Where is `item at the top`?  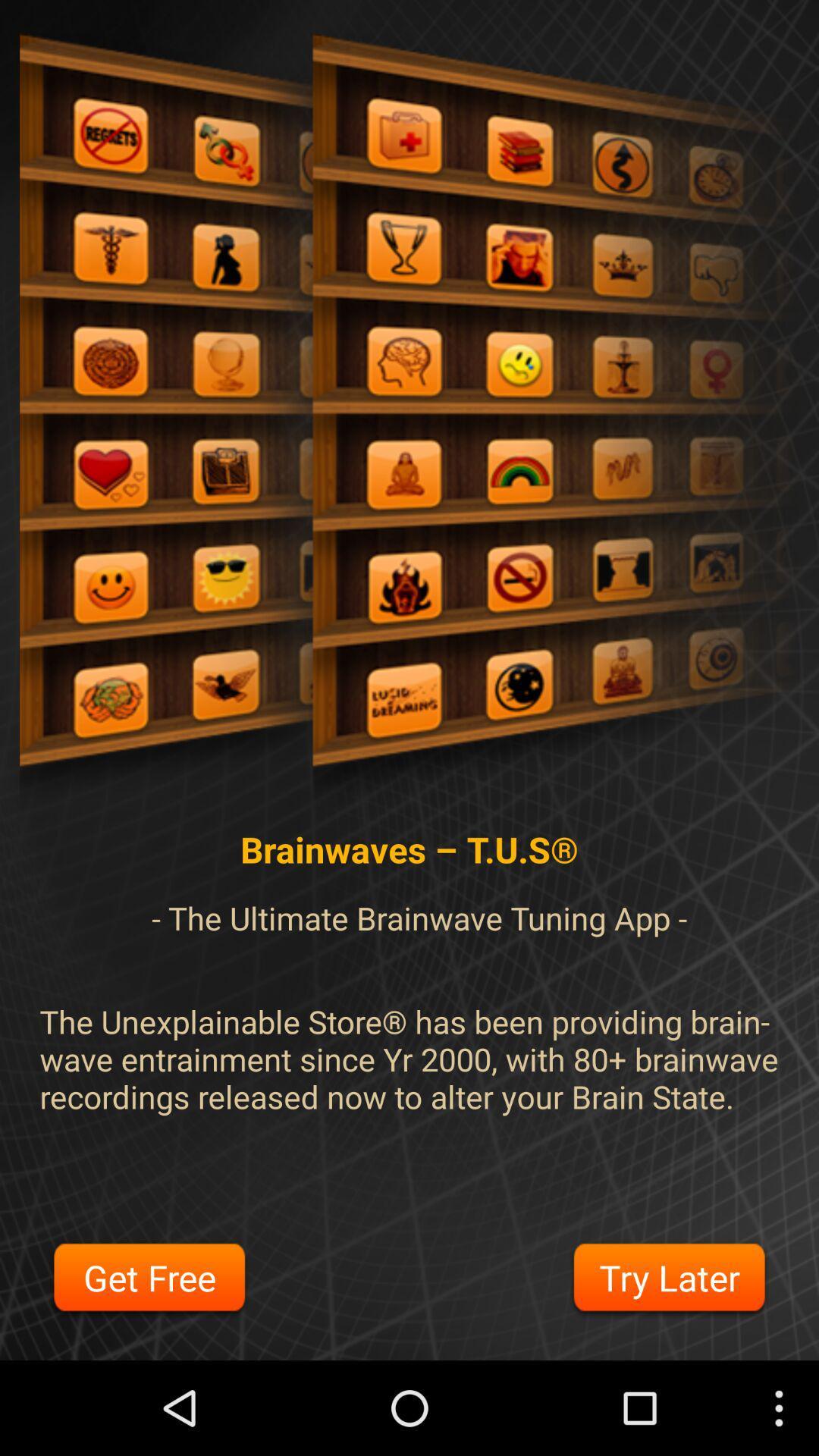 item at the top is located at coordinates (409, 422).